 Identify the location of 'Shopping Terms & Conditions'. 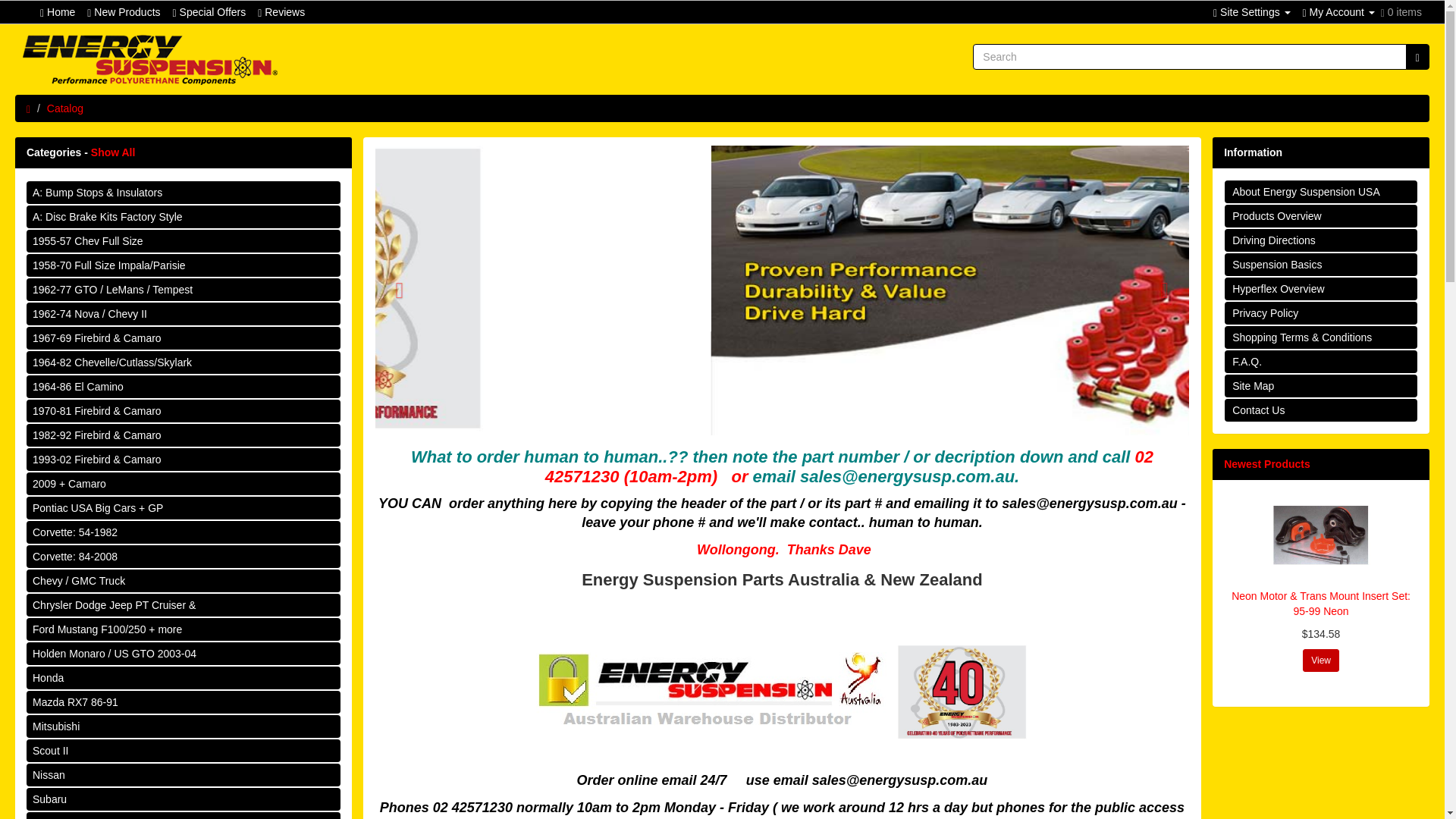
(1320, 336).